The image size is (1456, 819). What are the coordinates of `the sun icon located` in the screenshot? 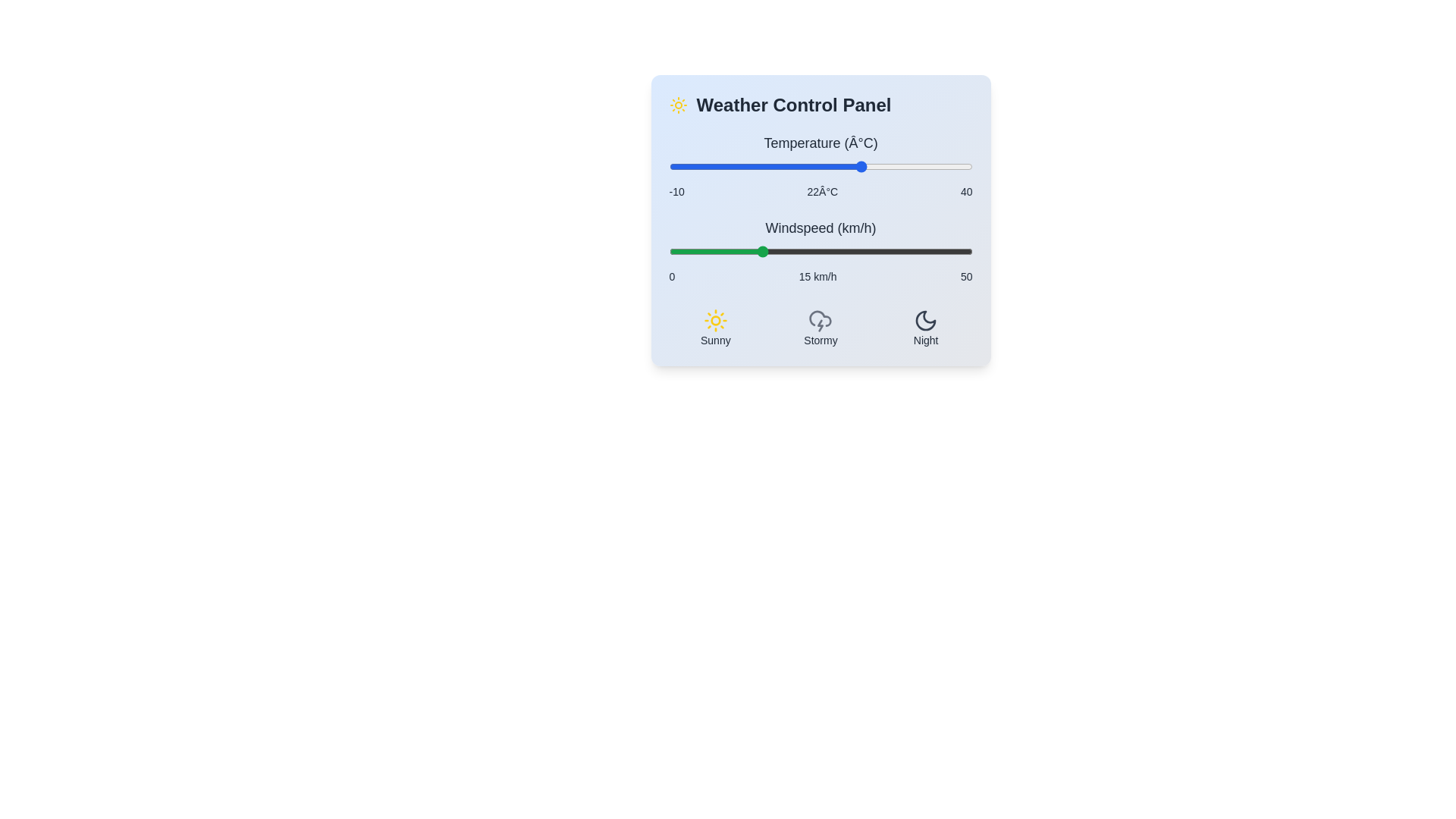 It's located at (677, 104).